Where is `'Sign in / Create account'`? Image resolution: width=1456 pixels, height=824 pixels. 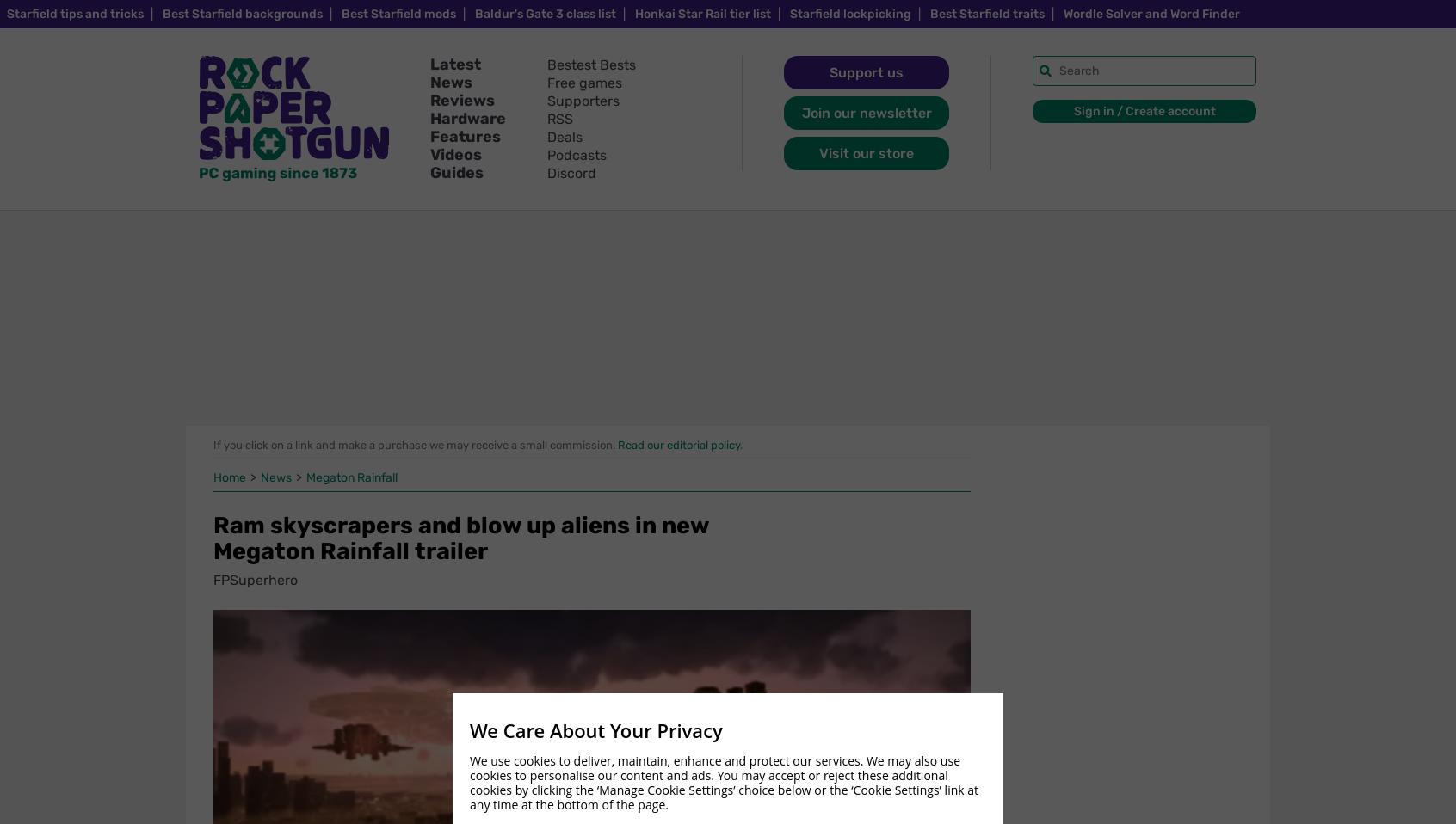
'Sign in / Create account' is located at coordinates (1143, 111).